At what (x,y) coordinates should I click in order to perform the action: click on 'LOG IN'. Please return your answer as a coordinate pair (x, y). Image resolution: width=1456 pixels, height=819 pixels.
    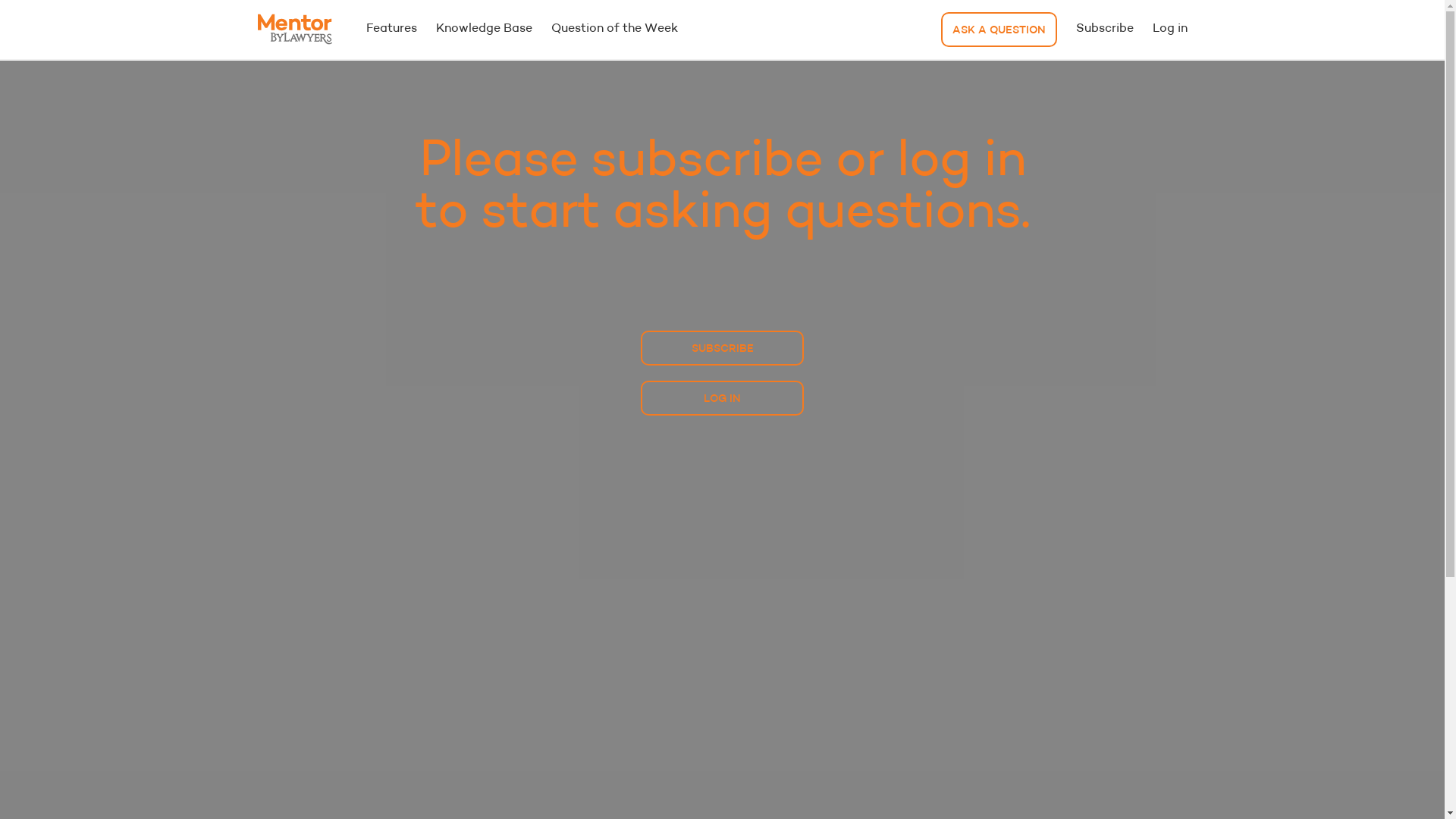
    Looking at the image, I should click on (721, 397).